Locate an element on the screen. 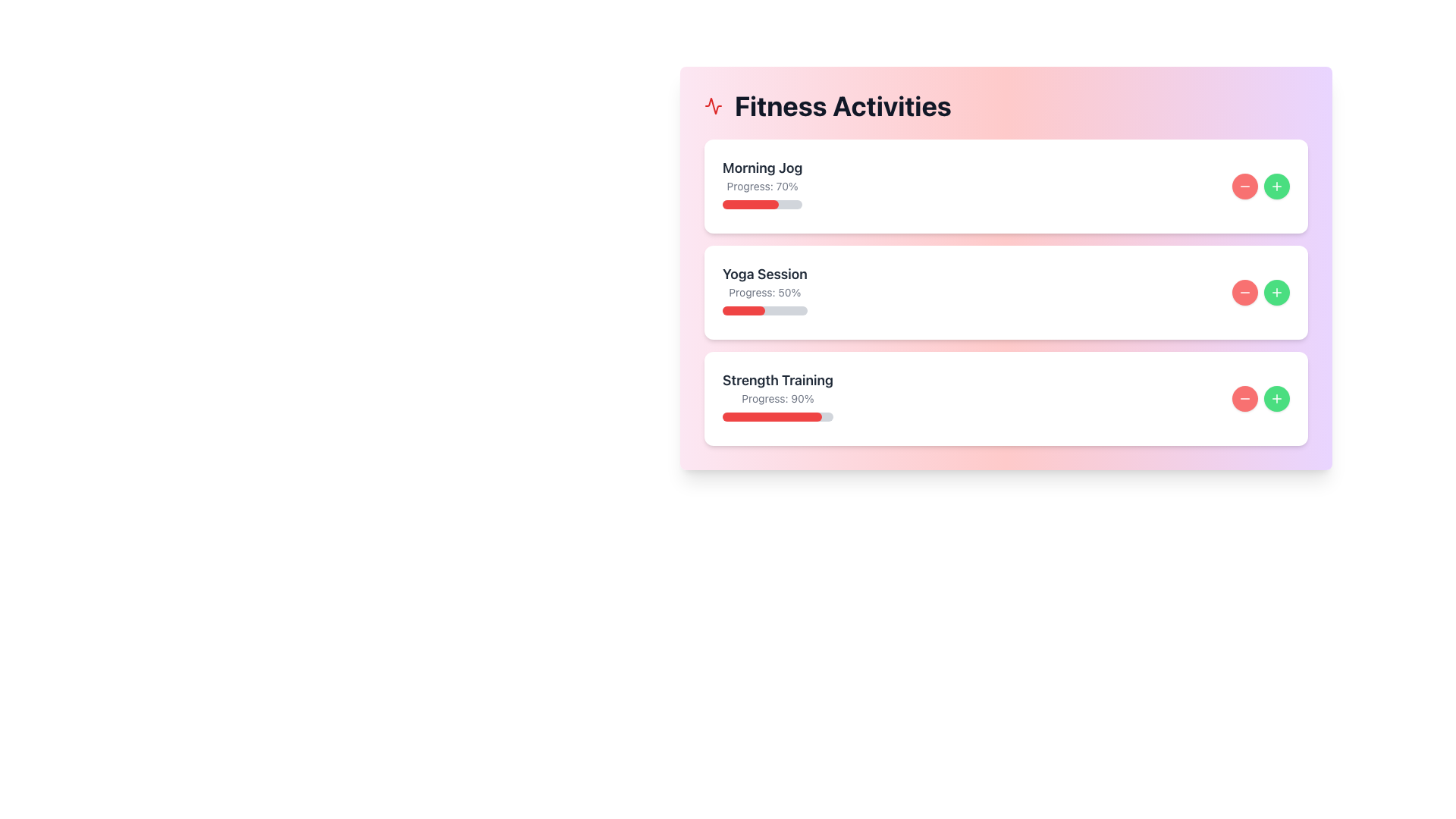 This screenshot has height=819, width=1456. the current progress represented by the filled portion of the progress bar under the 'Yoga Session' label, which is approximately 50% complete is located at coordinates (743, 309).